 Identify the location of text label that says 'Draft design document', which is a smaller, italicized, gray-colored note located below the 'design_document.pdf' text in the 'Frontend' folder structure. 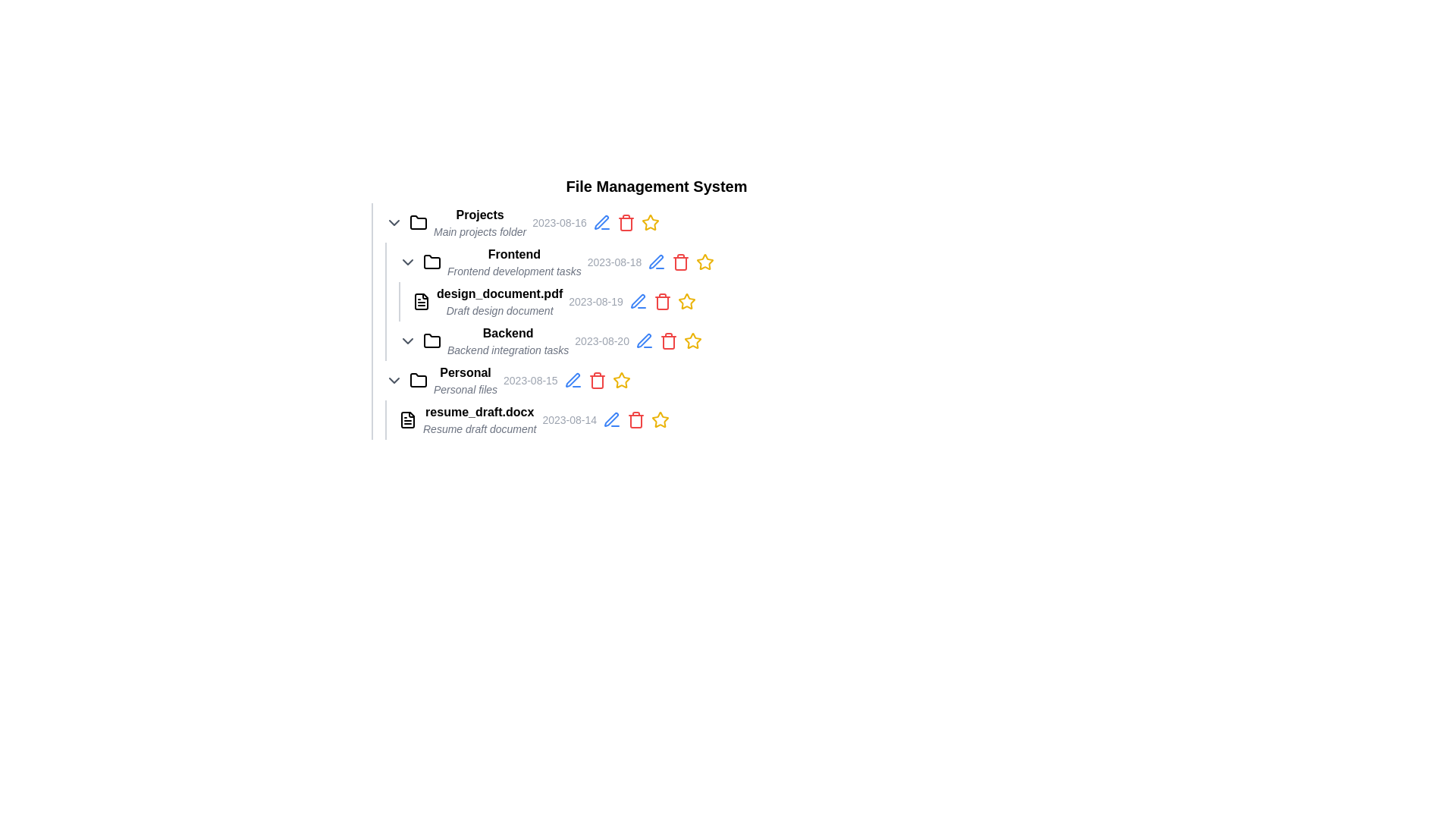
(500, 309).